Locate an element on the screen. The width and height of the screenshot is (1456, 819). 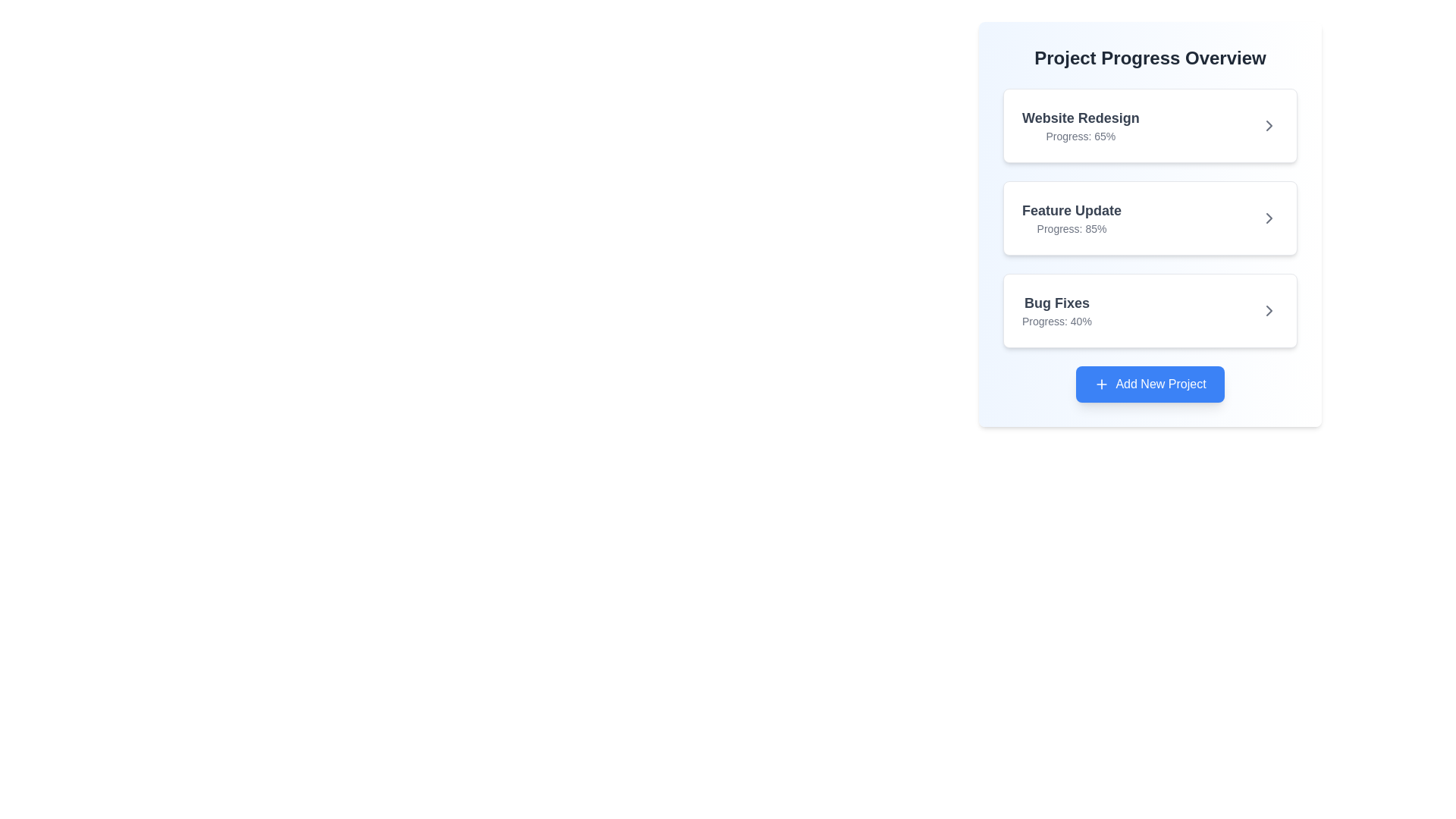
the static text label displaying 'Bug Fixes', which is styled prominently in gray and serves as a section header in the 'Project Progress Overview' panel is located at coordinates (1056, 303).